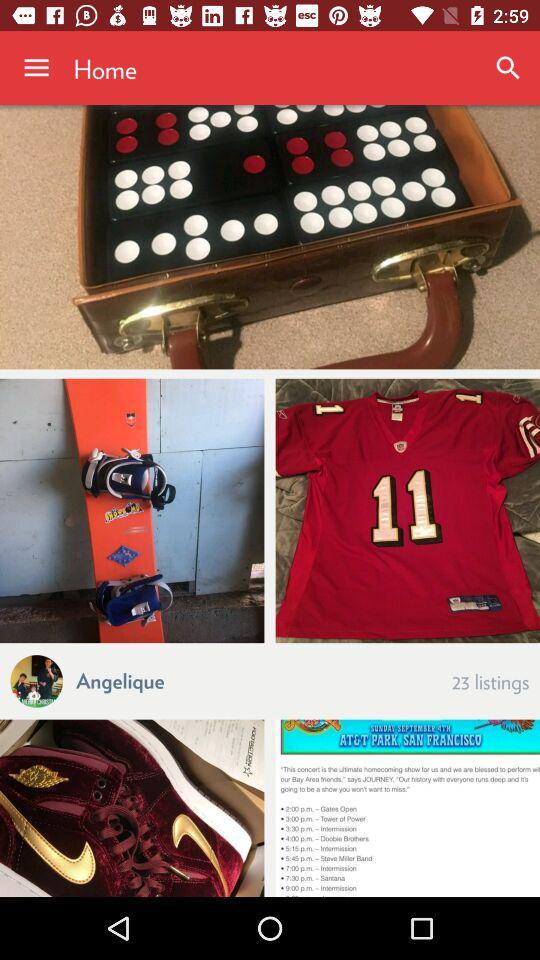  I want to click on the item on the left, so click(132, 509).